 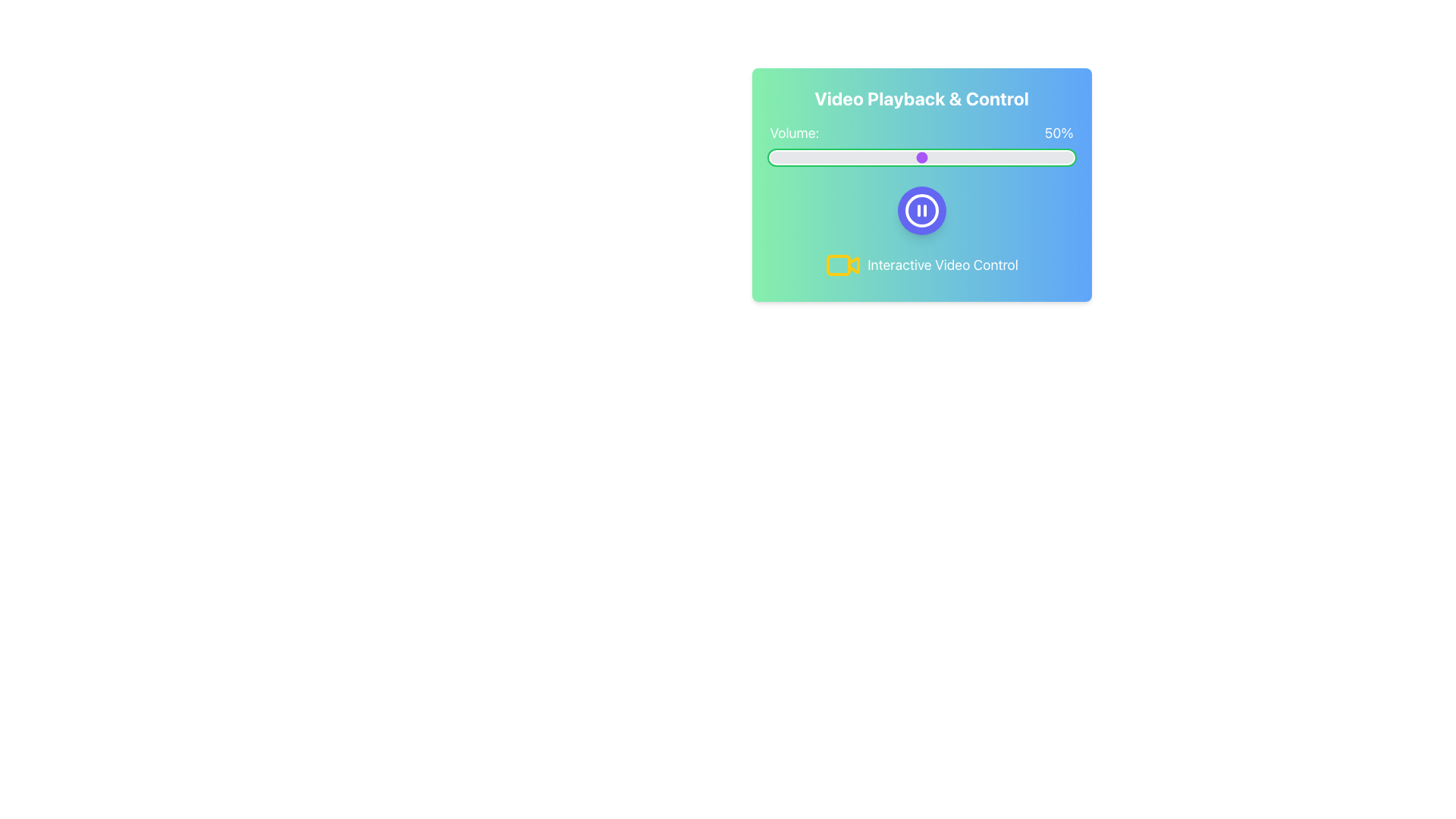 What do you see at coordinates (921, 210) in the screenshot?
I see `the central playback control button` at bounding box center [921, 210].